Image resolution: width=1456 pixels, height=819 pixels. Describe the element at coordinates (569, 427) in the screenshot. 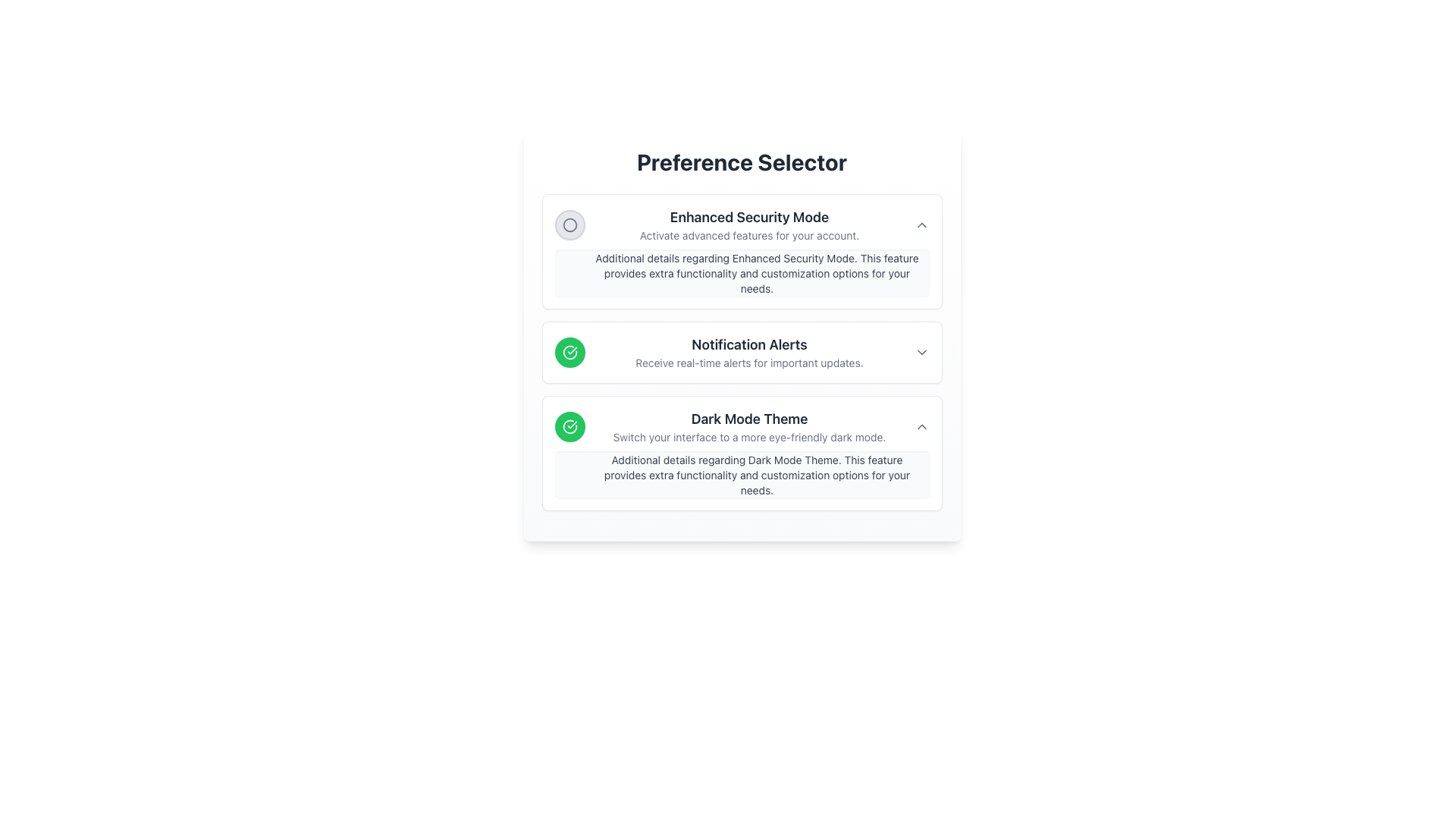

I see `the style or status of the circular green icon with a white check mark, located in the Notification Alerts section, to the left of the descriptive text` at that location.